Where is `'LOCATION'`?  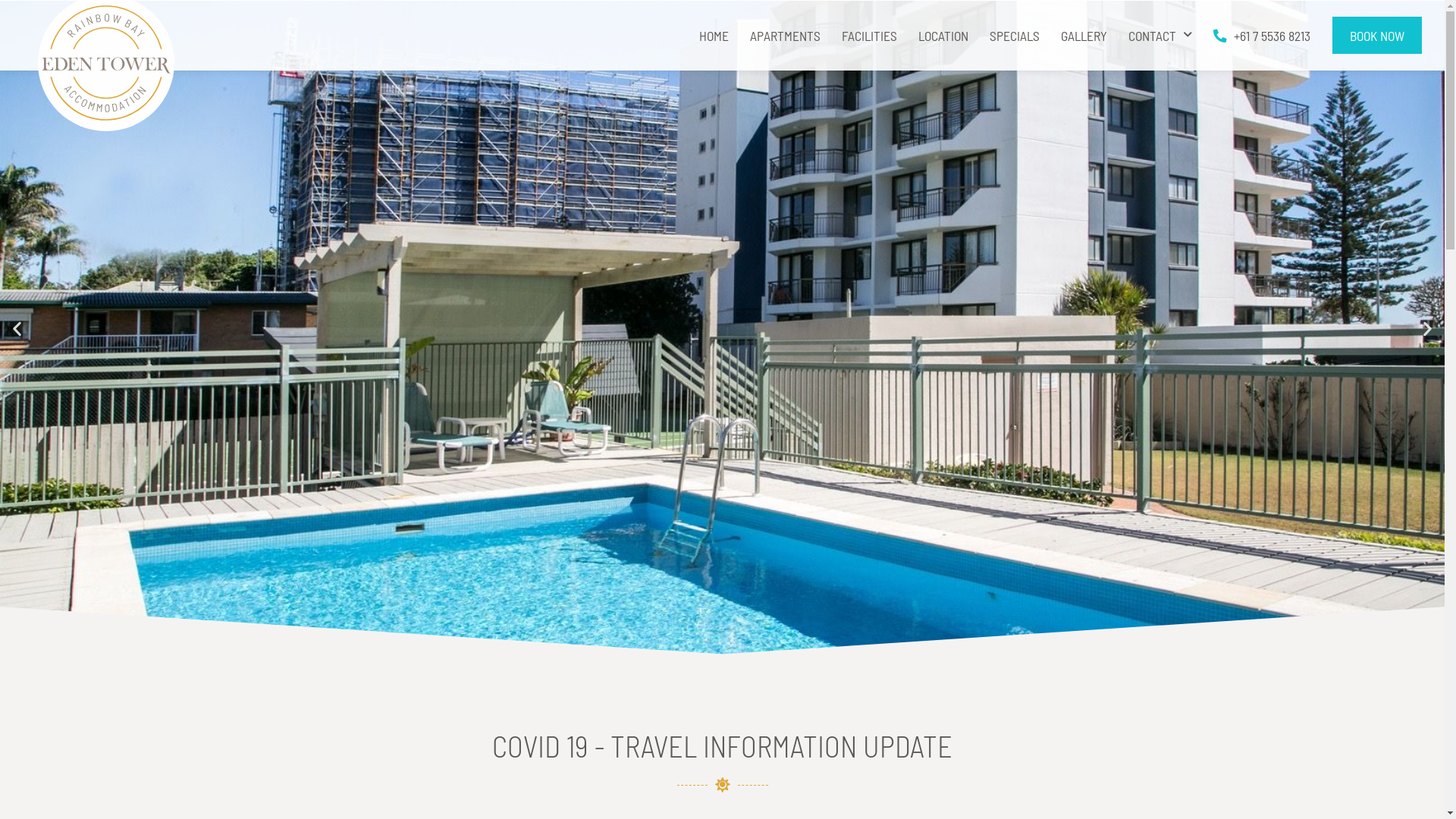
'LOCATION' is located at coordinates (942, 34).